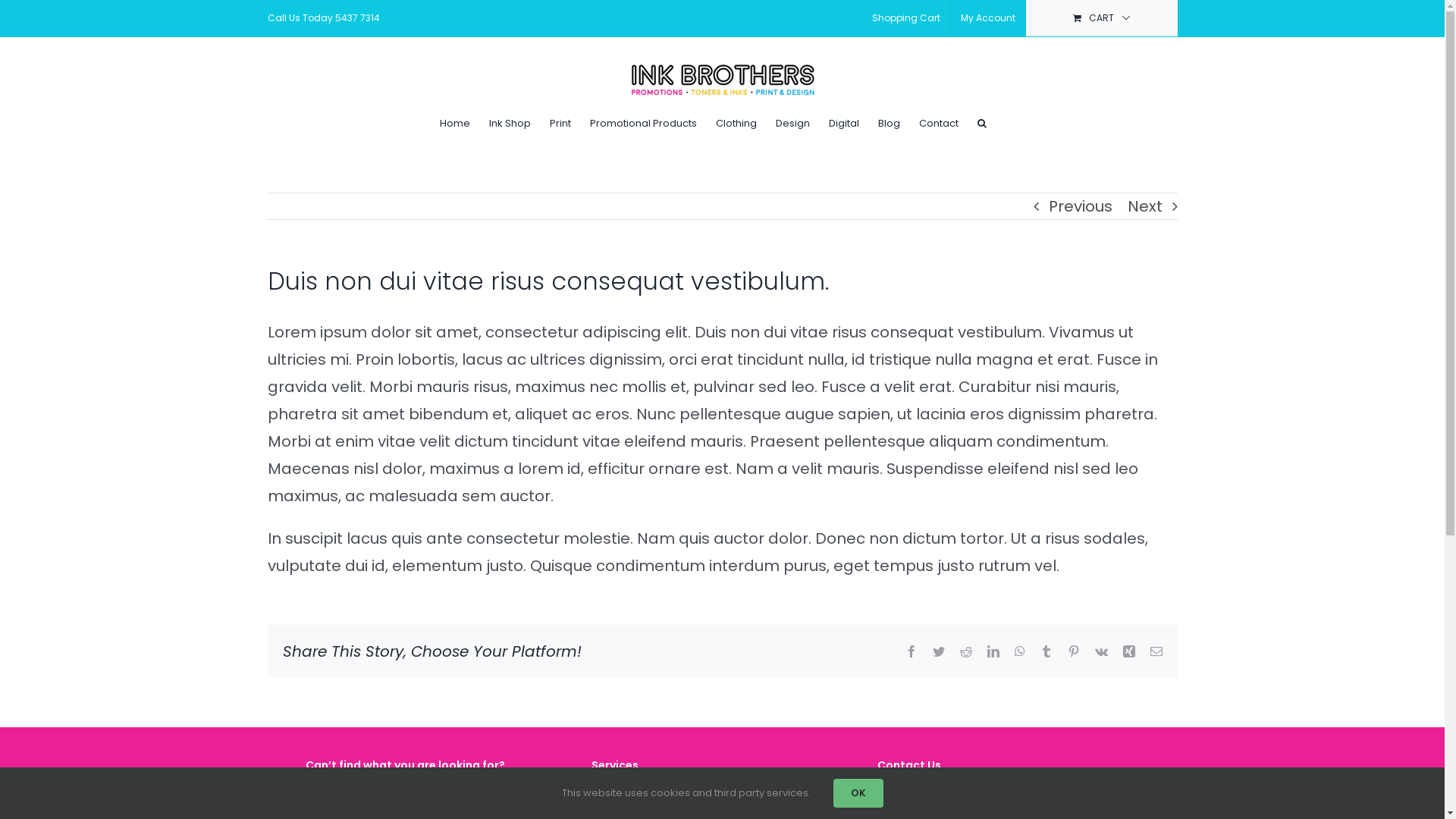 This screenshot has width=1456, height=819. What do you see at coordinates (1154, 651) in the screenshot?
I see `'Email'` at bounding box center [1154, 651].